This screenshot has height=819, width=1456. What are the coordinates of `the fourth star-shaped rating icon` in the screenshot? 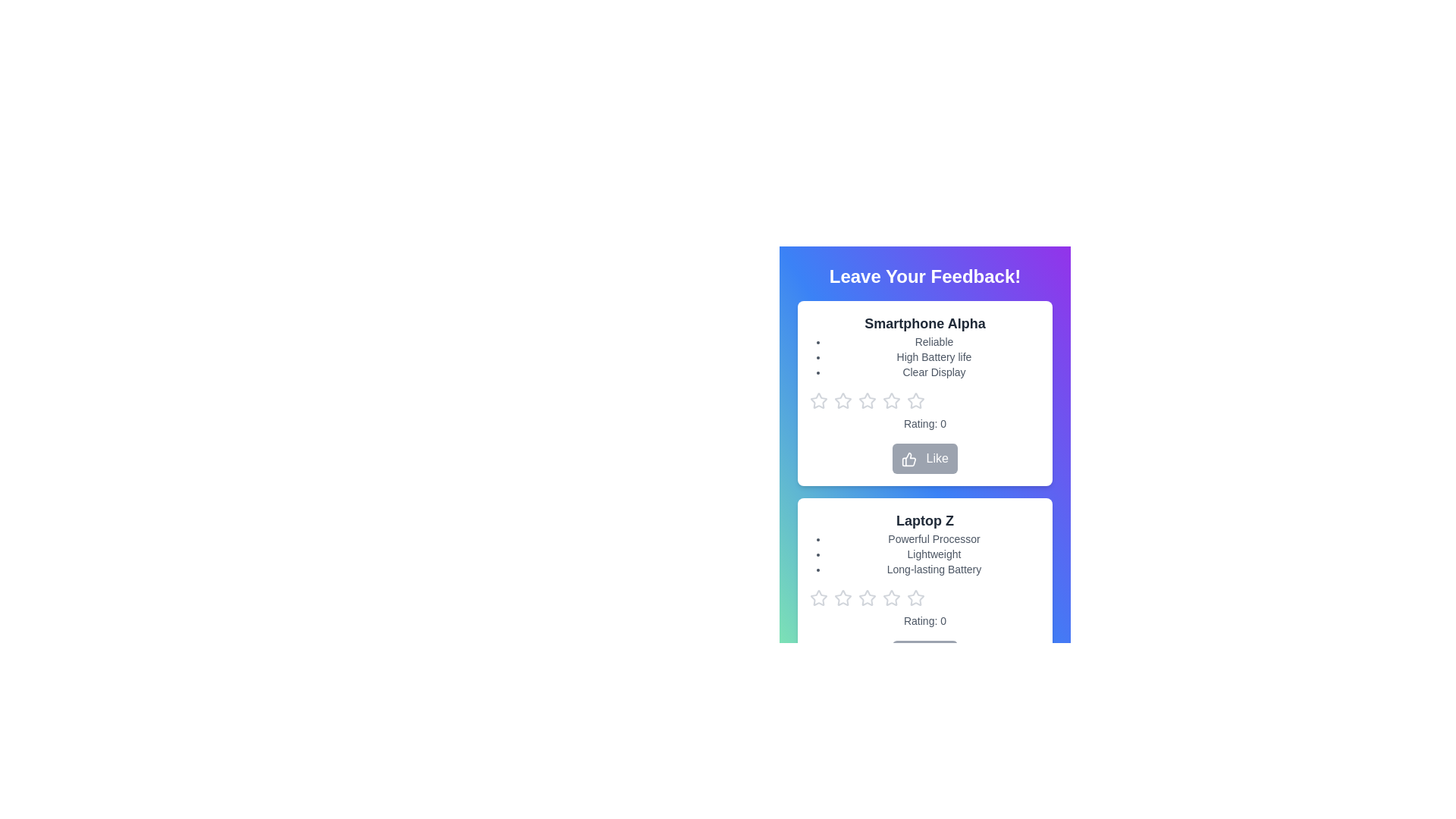 It's located at (892, 597).